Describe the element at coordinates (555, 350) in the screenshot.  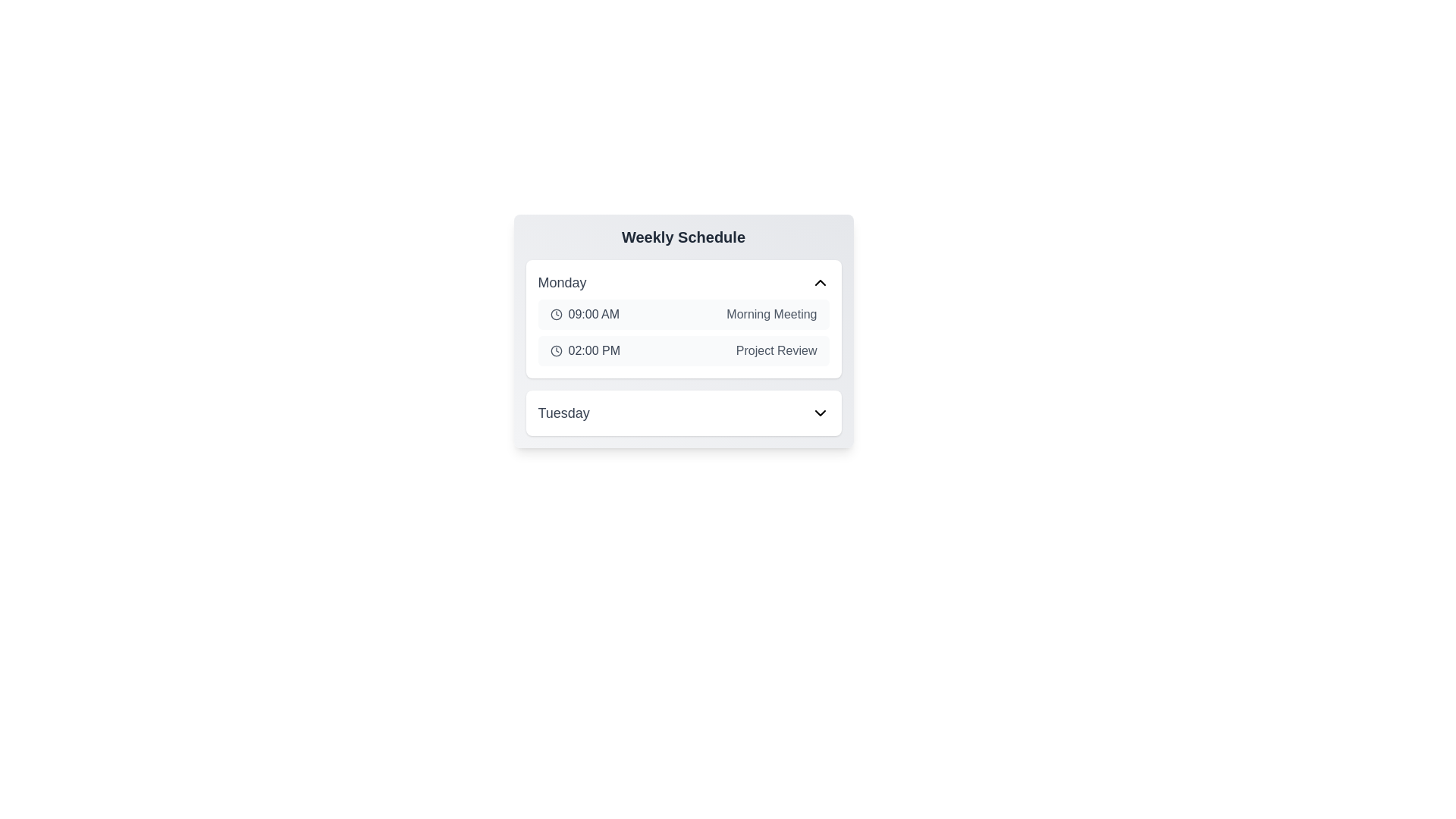
I see `the clock icon located to the left of the '02:00 PM' time in the 'Weekly Schedule' panel under the 'Monday' section` at that location.